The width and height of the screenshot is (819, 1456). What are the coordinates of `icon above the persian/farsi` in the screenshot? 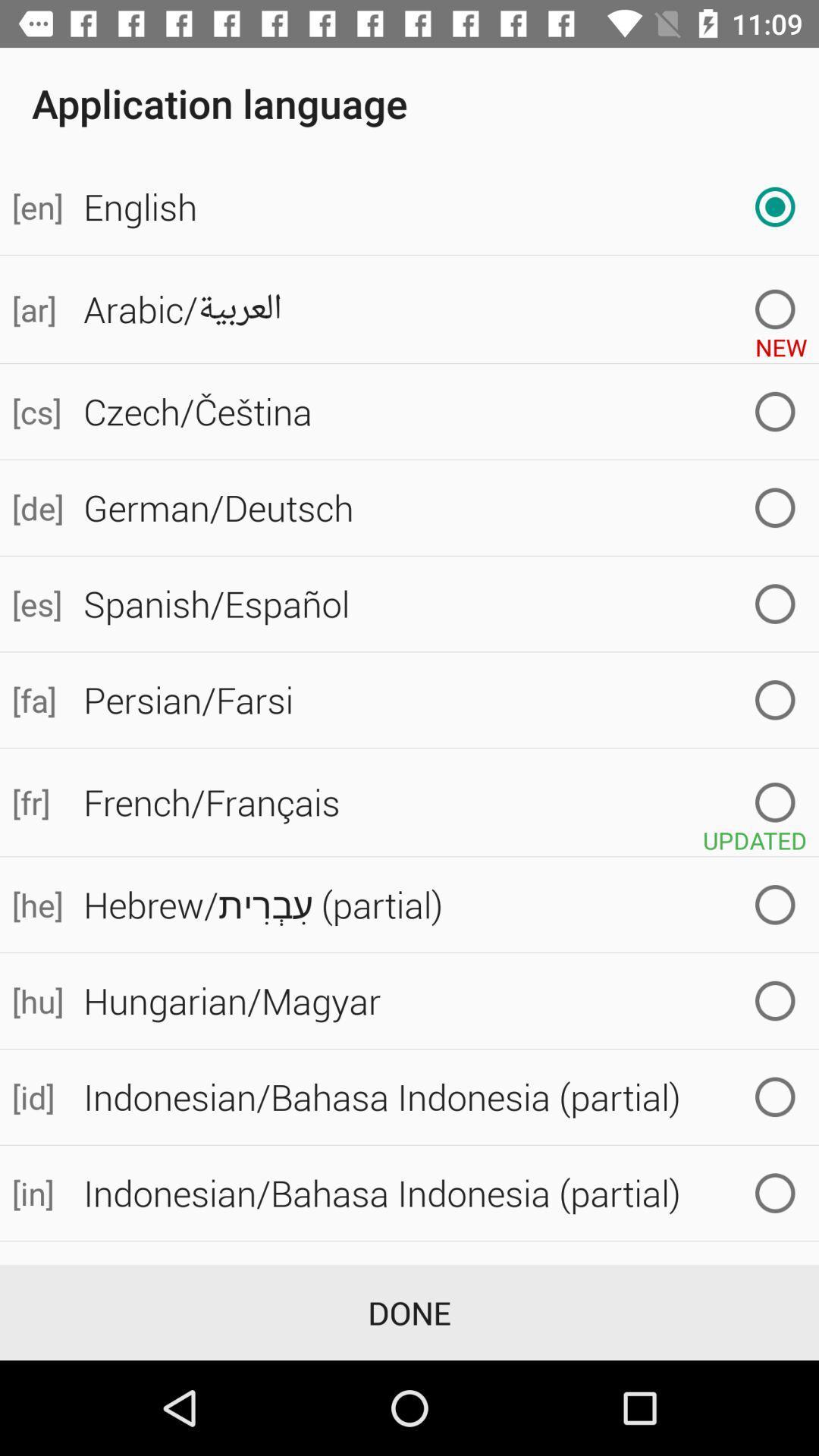 It's located at (35, 603).